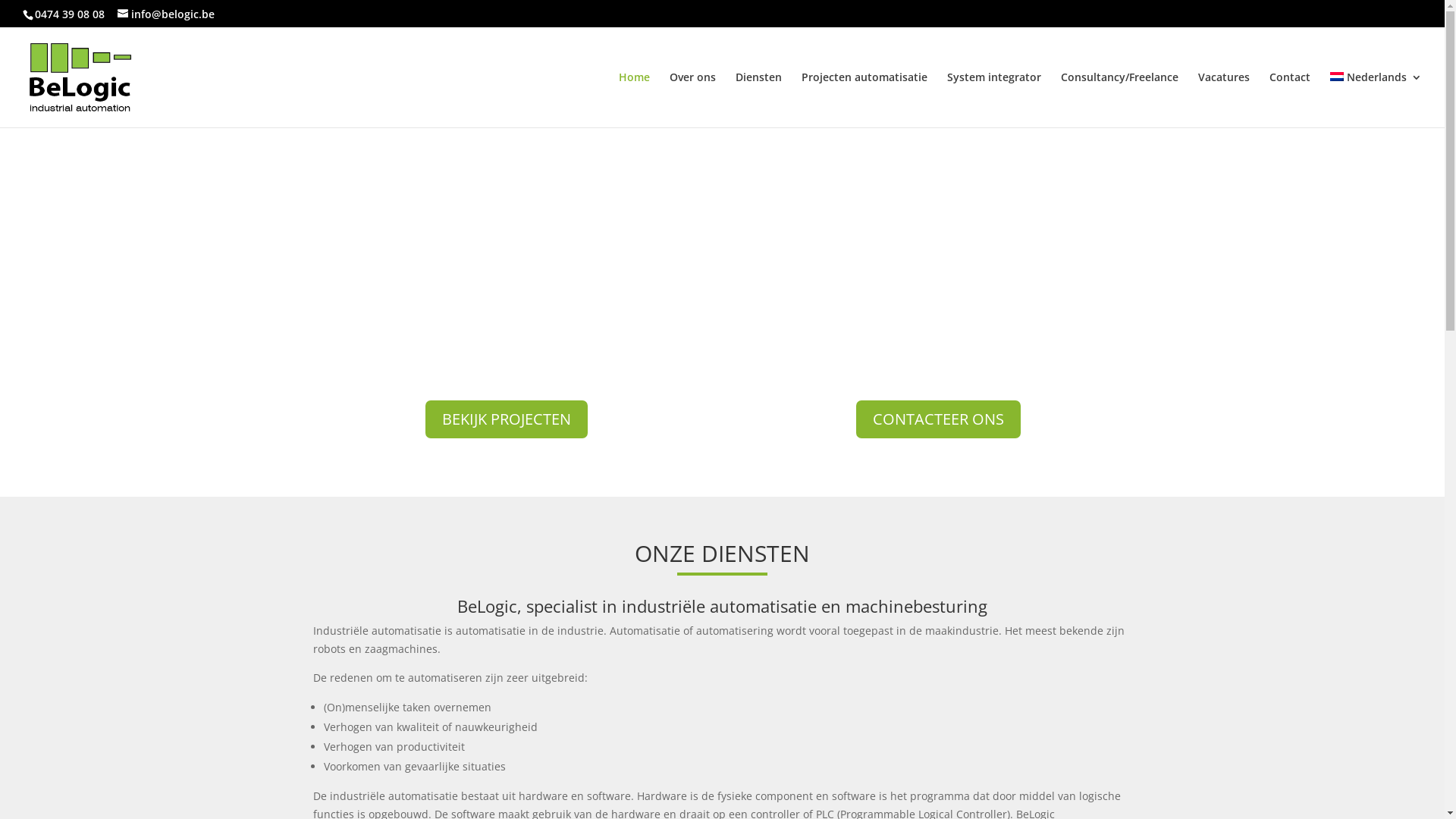 The image size is (1456, 819). I want to click on 'info@belogic.be', so click(166, 13).